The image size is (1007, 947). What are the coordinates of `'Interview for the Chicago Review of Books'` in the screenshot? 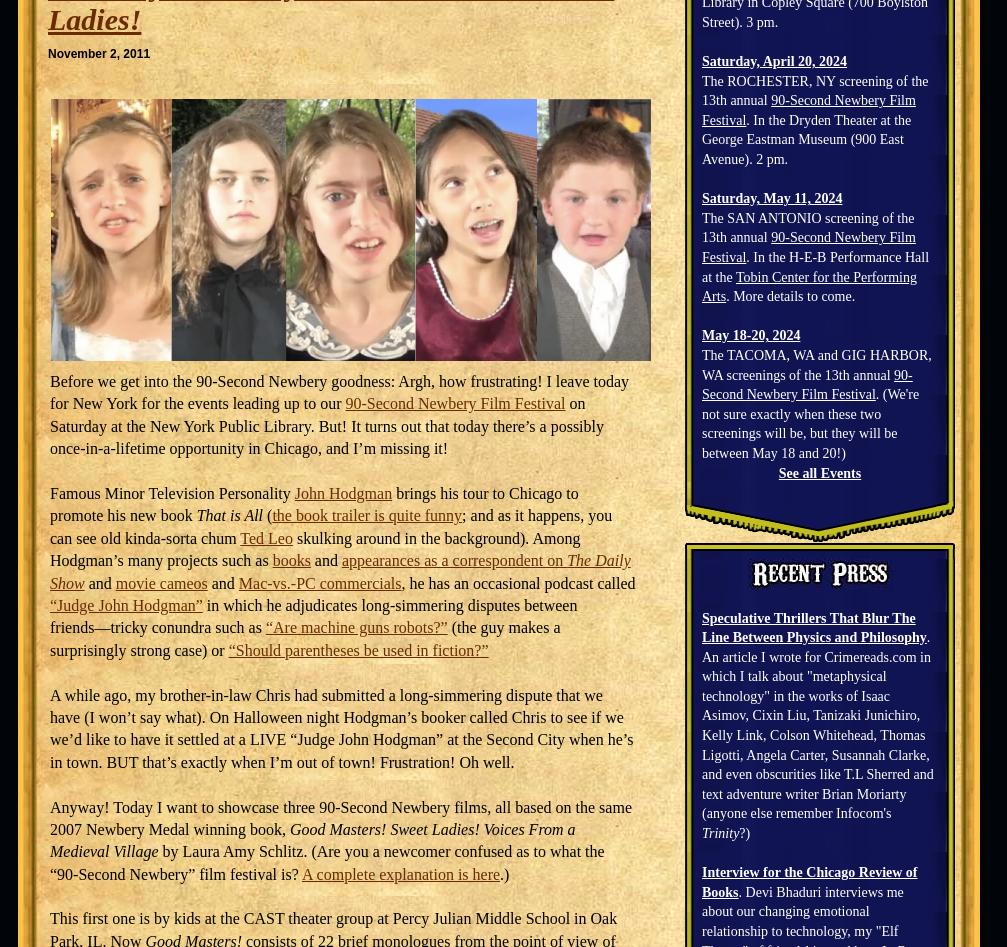 It's located at (700, 881).